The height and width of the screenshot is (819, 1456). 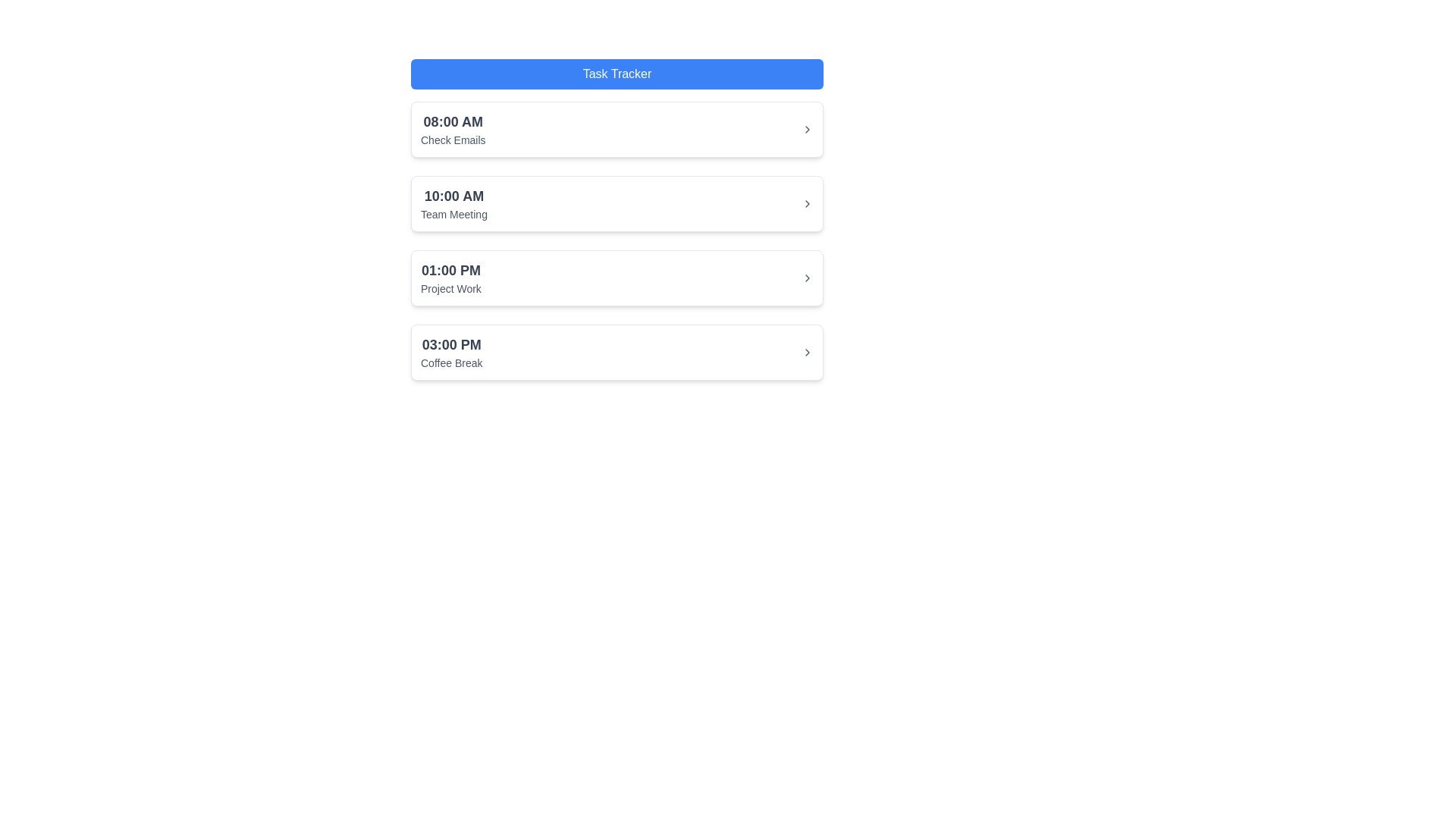 I want to click on the List Item displaying the scheduled task labeled 'Team Meeting' at '10:00 AM', which is the second card in the vertical list of schedule items, so click(x=453, y=203).